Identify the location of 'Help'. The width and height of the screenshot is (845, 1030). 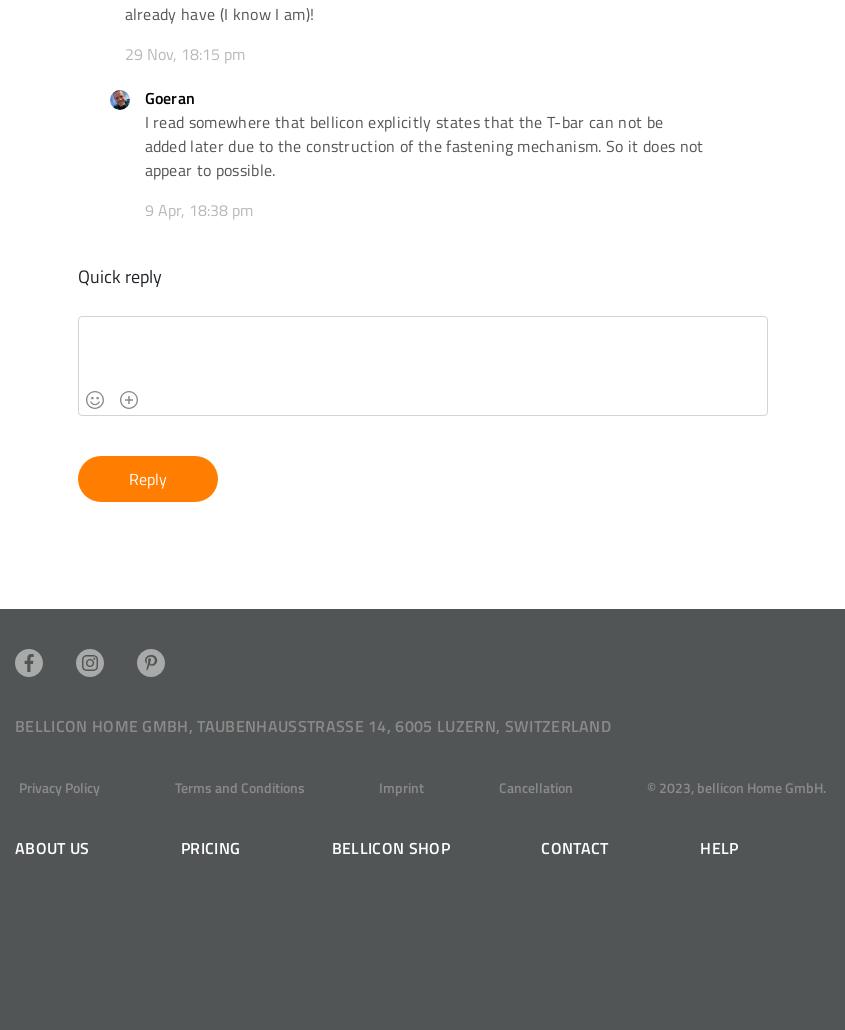
(718, 846).